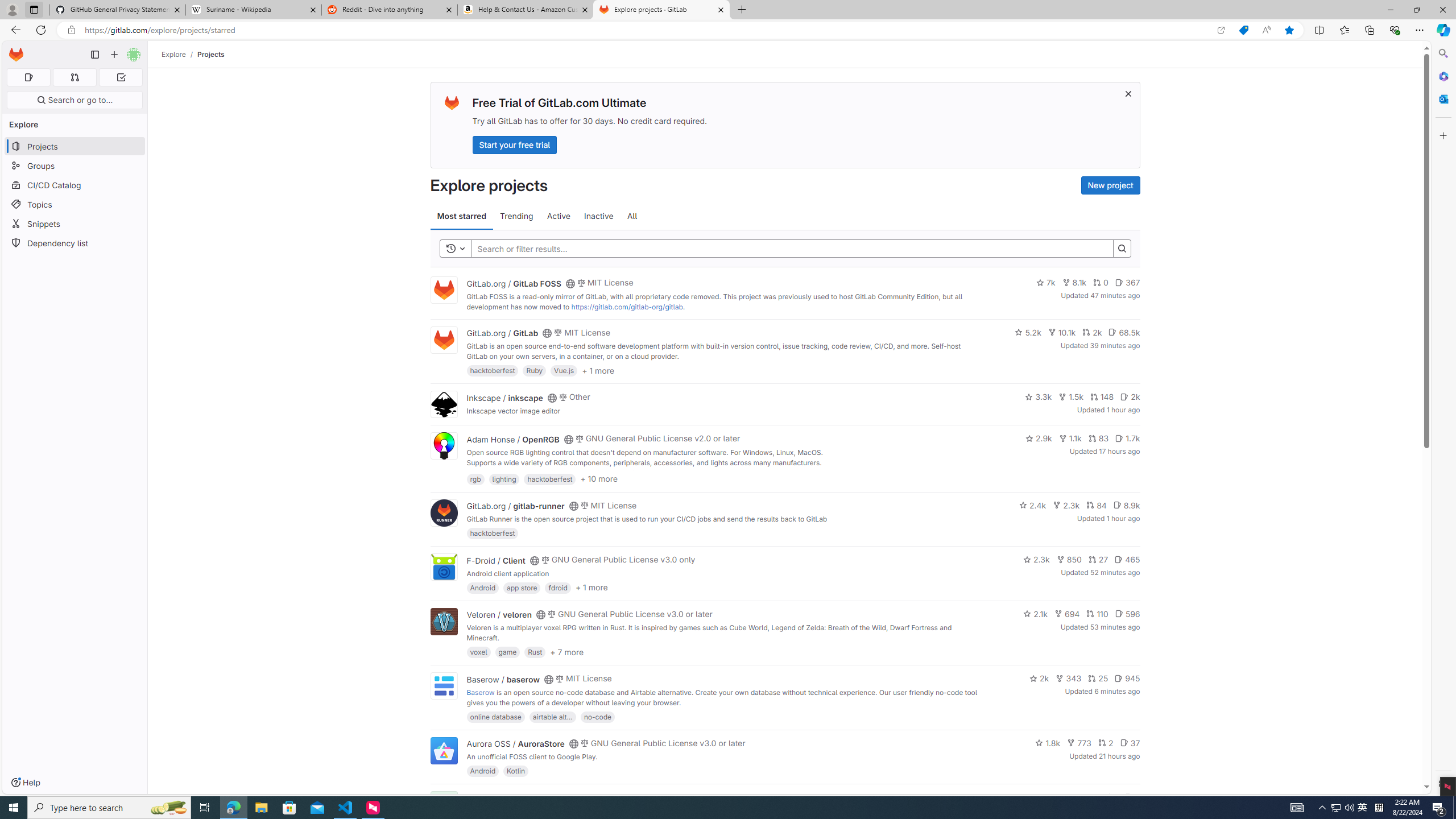 The image size is (1456, 819). What do you see at coordinates (499, 614) in the screenshot?
I see `'Veloren / veloren'` at bounding box center [499, 614].